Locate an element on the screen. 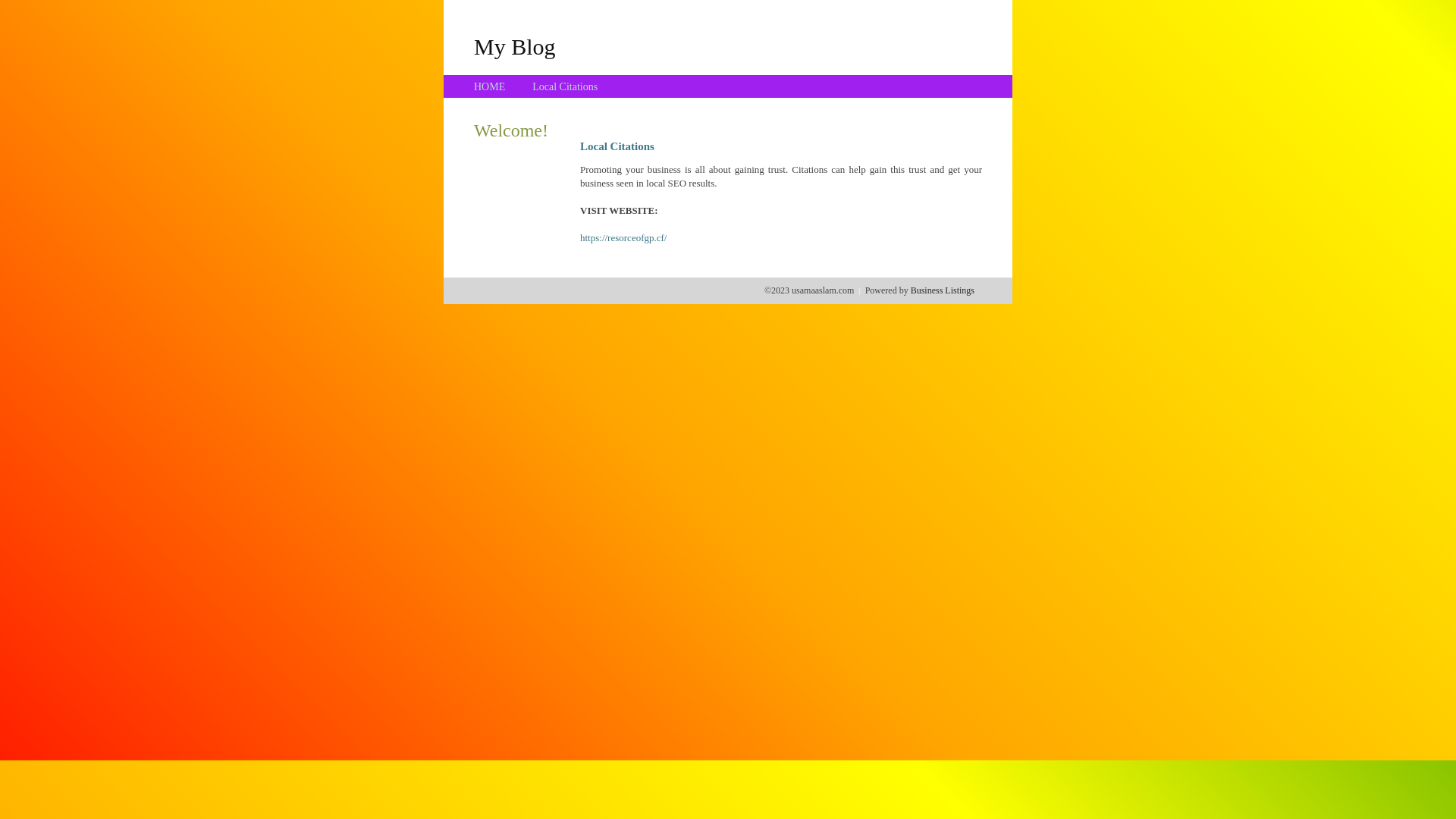 This screenshot has width=1456, height=819. 'HOME' is located at coordinates (472, 86).